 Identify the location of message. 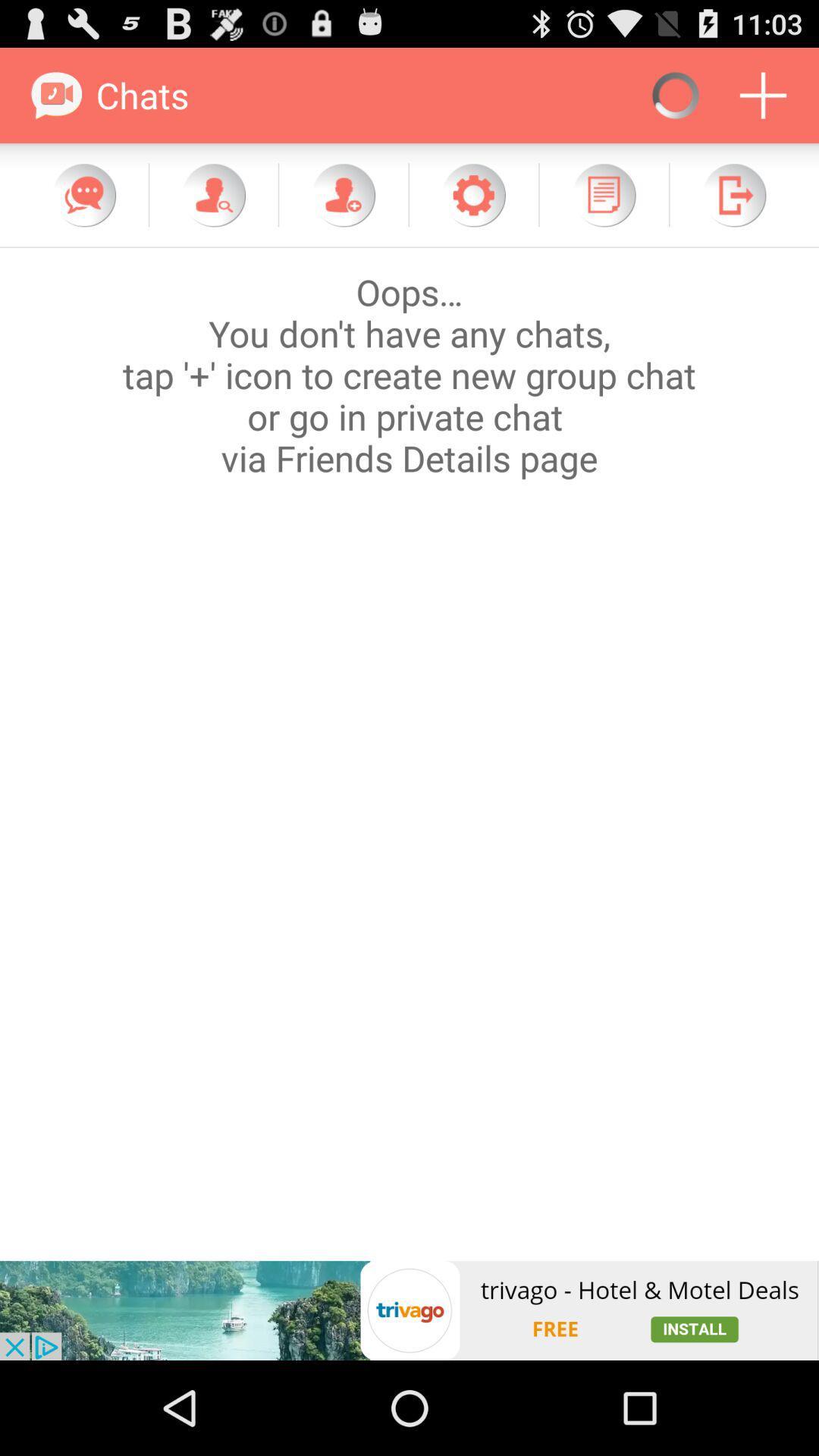
(84, 194).